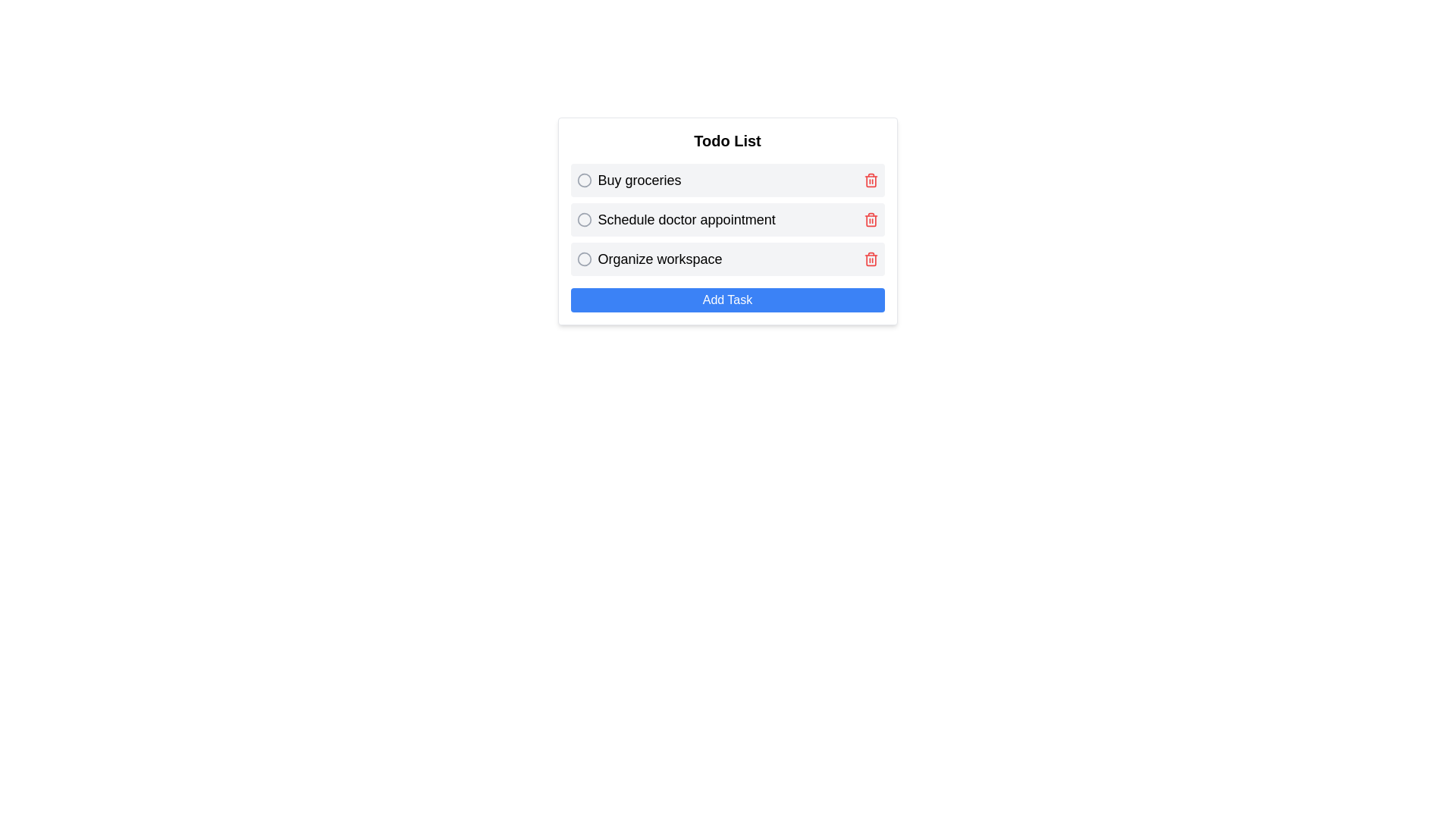 This screenshot has width=1456, height=819. Describe the element at coordinates (629, 180) in the screenshot. I see `the text of the first task in the 'Todo List'` at that location.